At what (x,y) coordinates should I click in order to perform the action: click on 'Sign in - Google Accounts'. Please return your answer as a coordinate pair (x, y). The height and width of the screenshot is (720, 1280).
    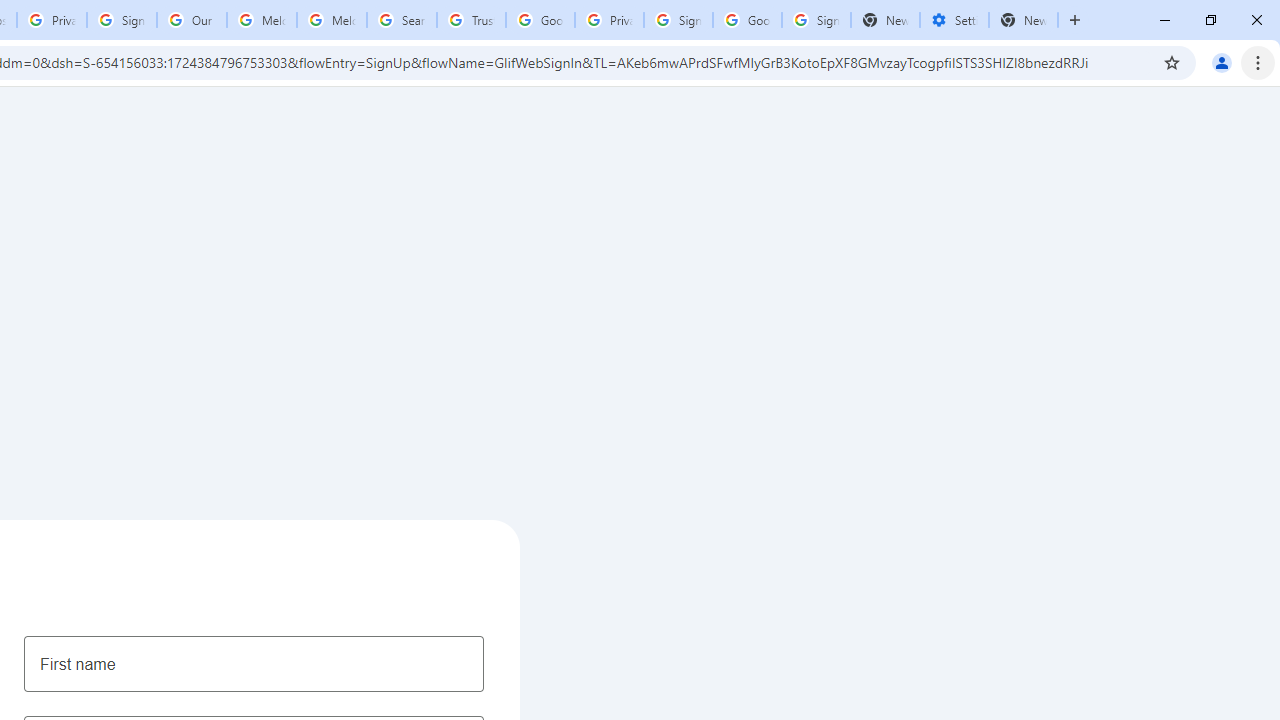
    Looking at the image, I should click on (678, 20).